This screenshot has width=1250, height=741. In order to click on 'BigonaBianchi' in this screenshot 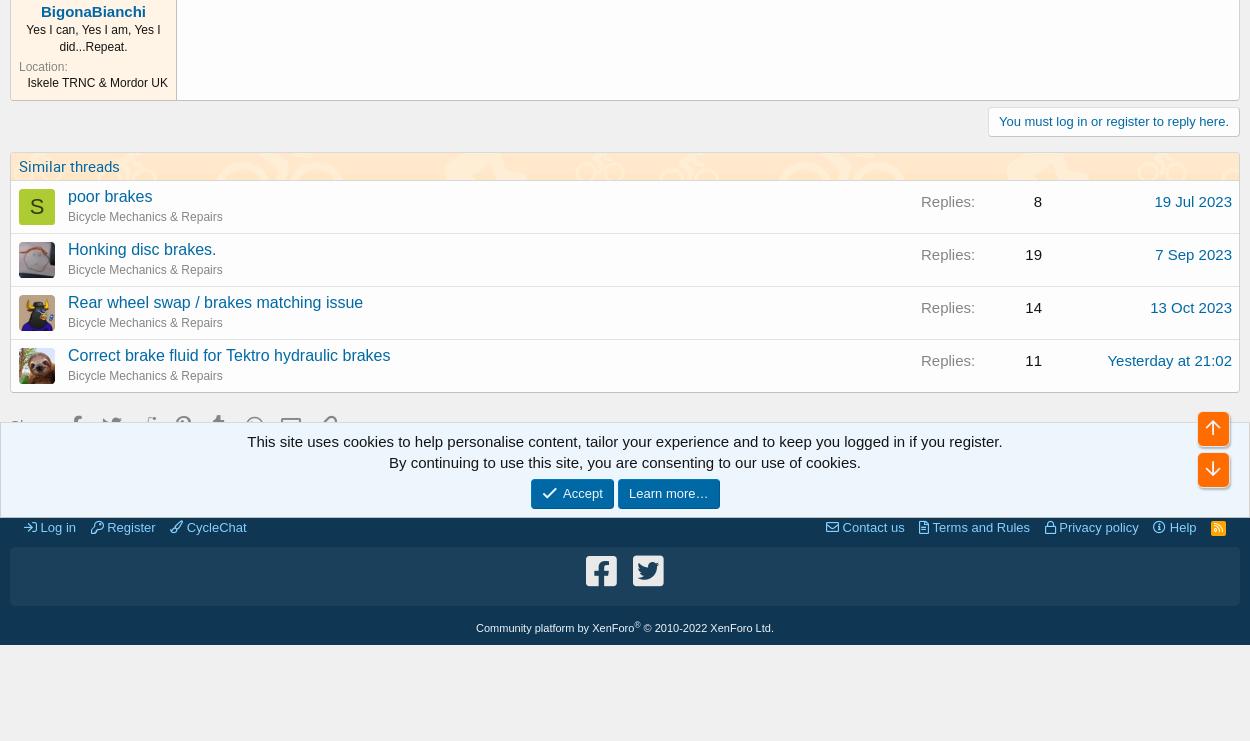, I will do `click(40, 10)`.